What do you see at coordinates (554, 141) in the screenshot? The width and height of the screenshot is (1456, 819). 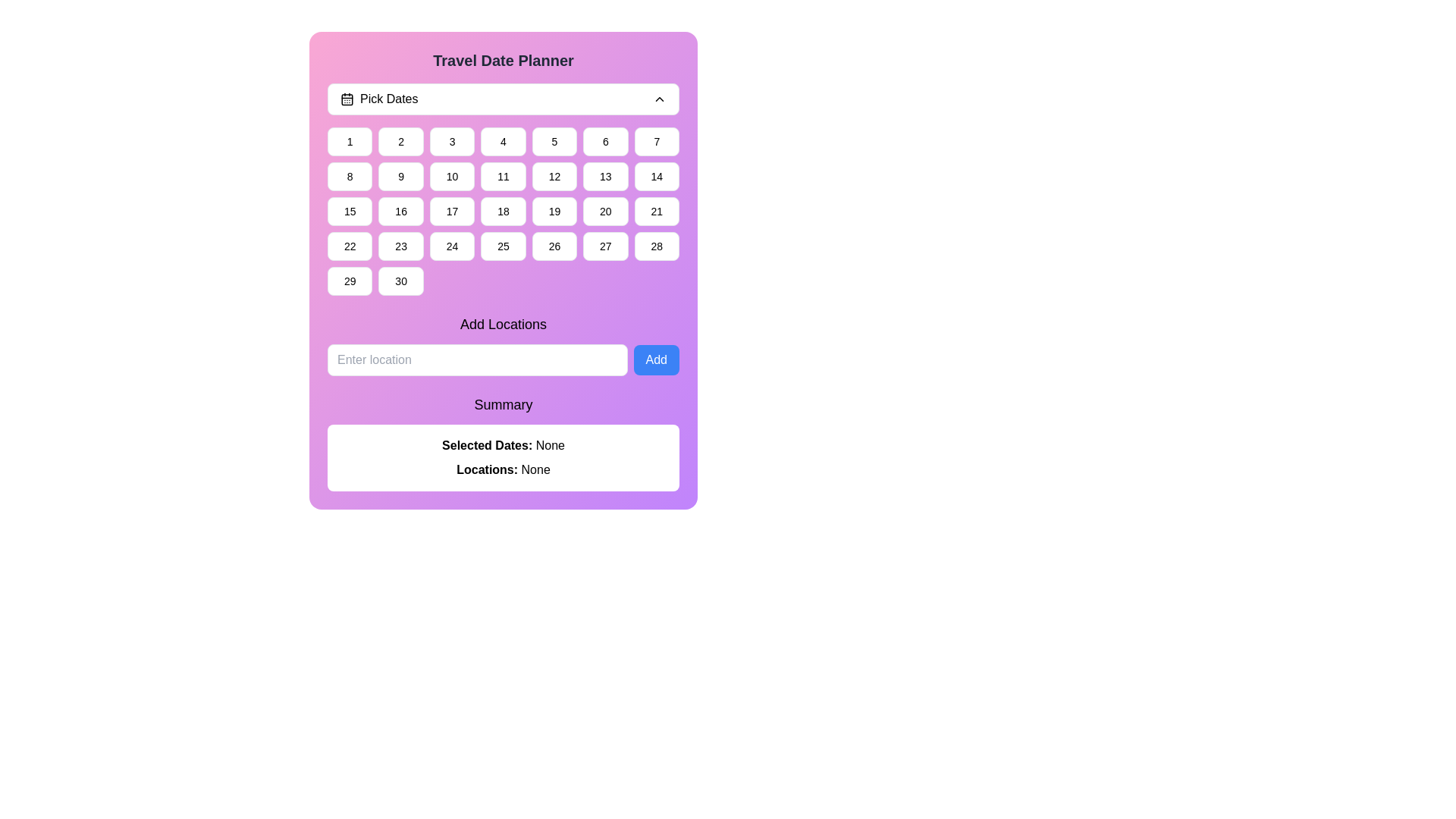 I see `the button for selecting the 5th date in the calendar interface under 'Pick Dates' in the 'Travel Date Planner'` at bounding box center [554, 141].